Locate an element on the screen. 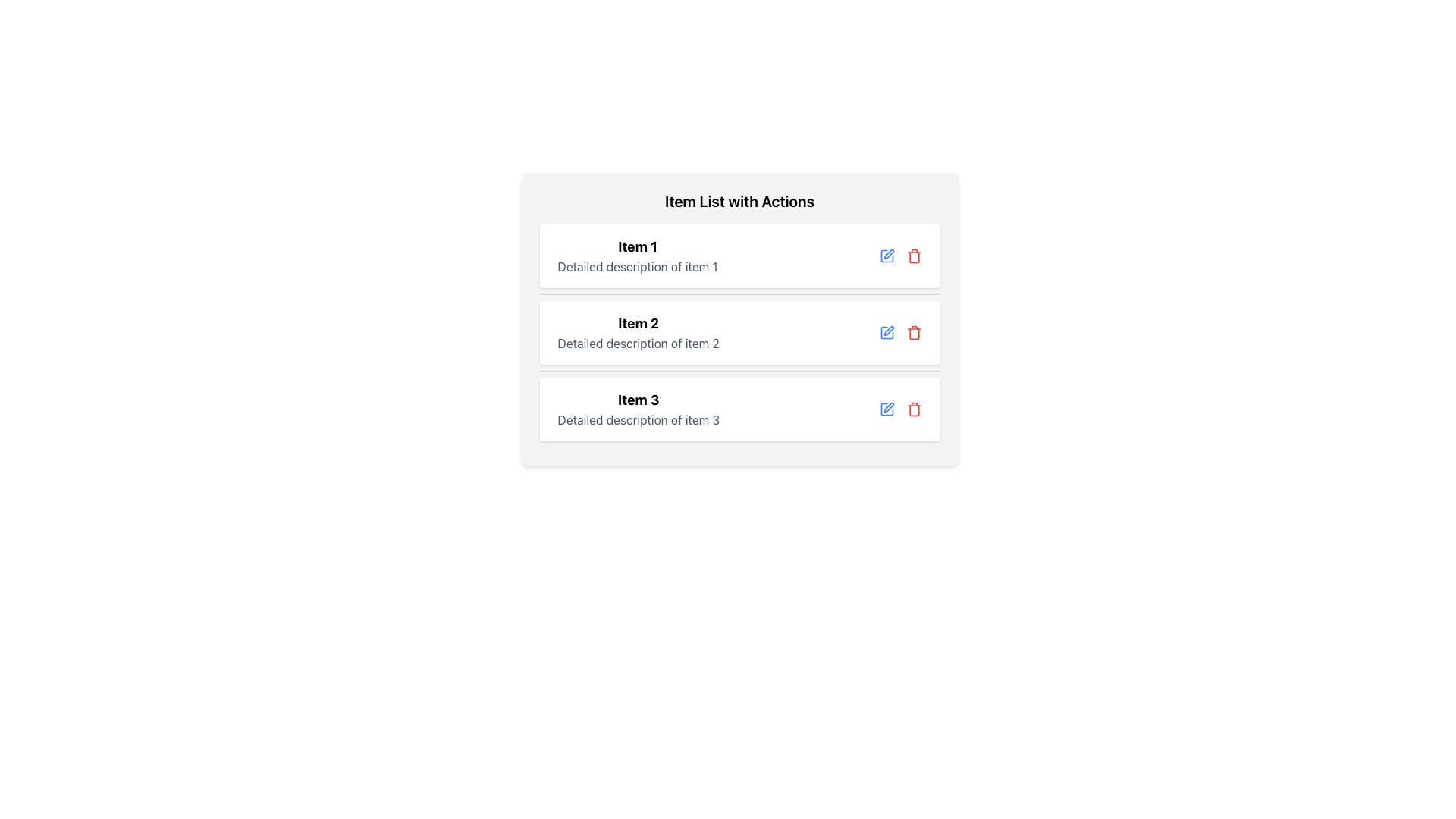  the horizontal divider line styled as a thin grey bar positioned between 'Item 2' and 'Item 3' is located at coordinates (739, 371).